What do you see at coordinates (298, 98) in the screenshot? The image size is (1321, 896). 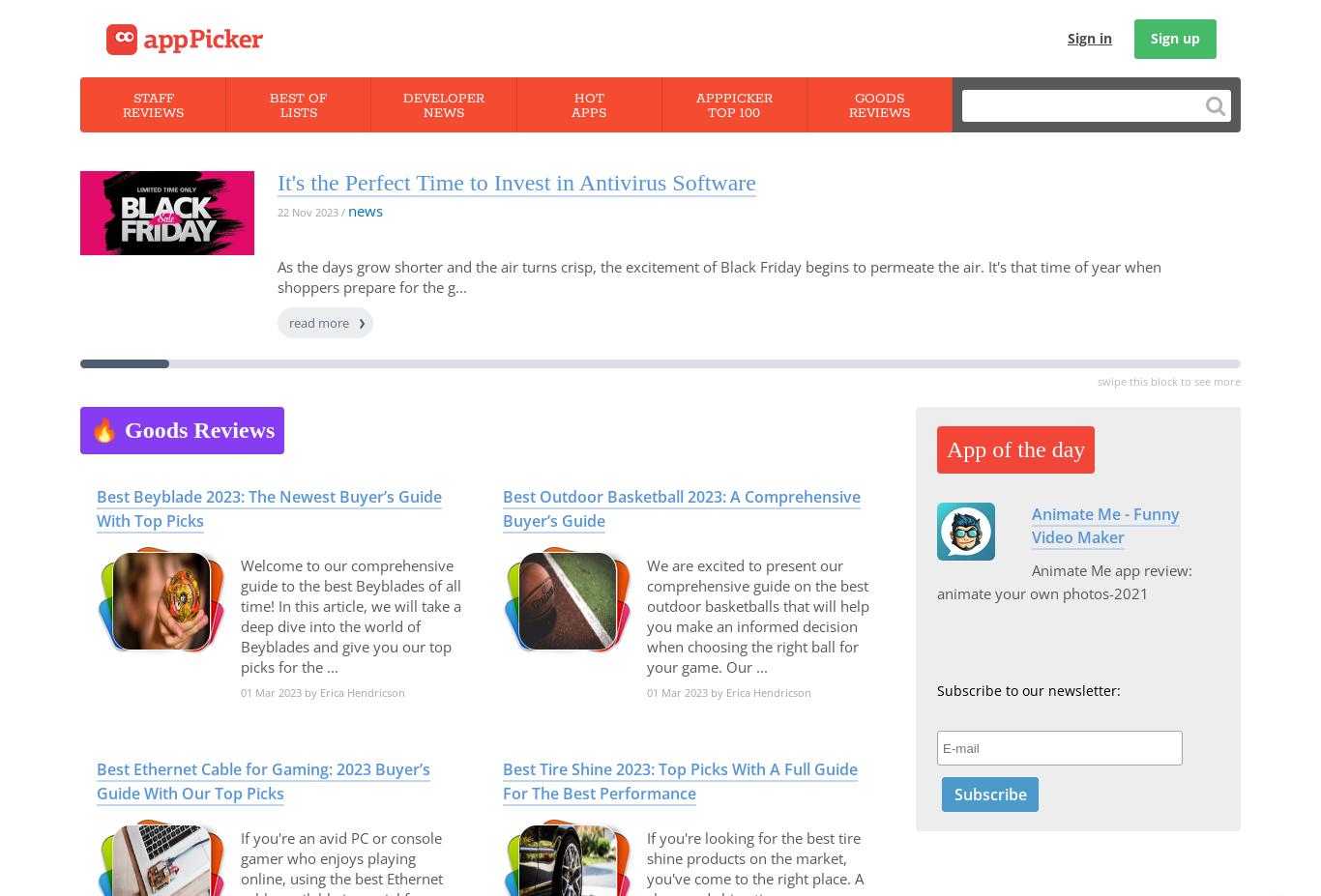 I see `'Best Of'` at bounding box center [298, 98].